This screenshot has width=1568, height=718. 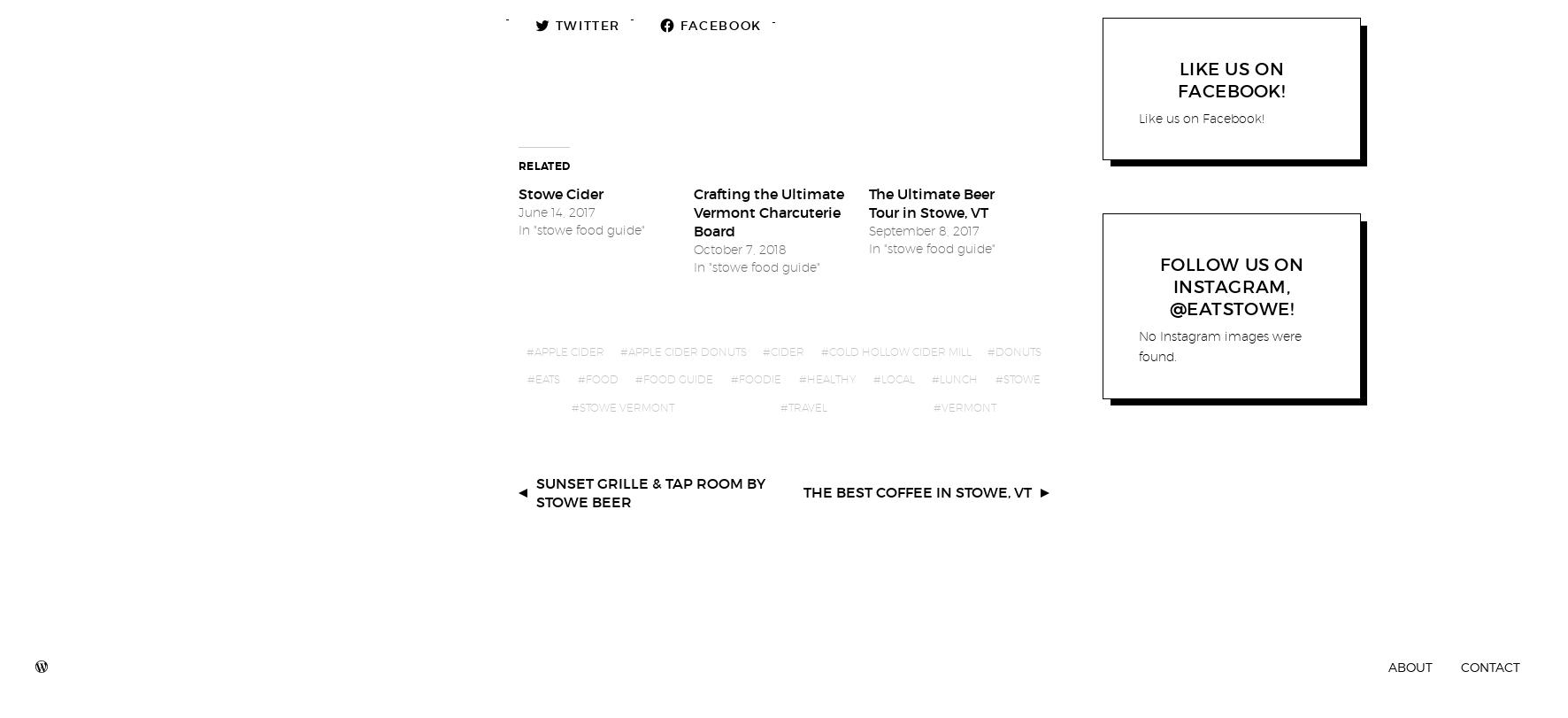 I want to click on 'Follow us on Instagram, @EatStowe!', so click(x=1230, y=286).